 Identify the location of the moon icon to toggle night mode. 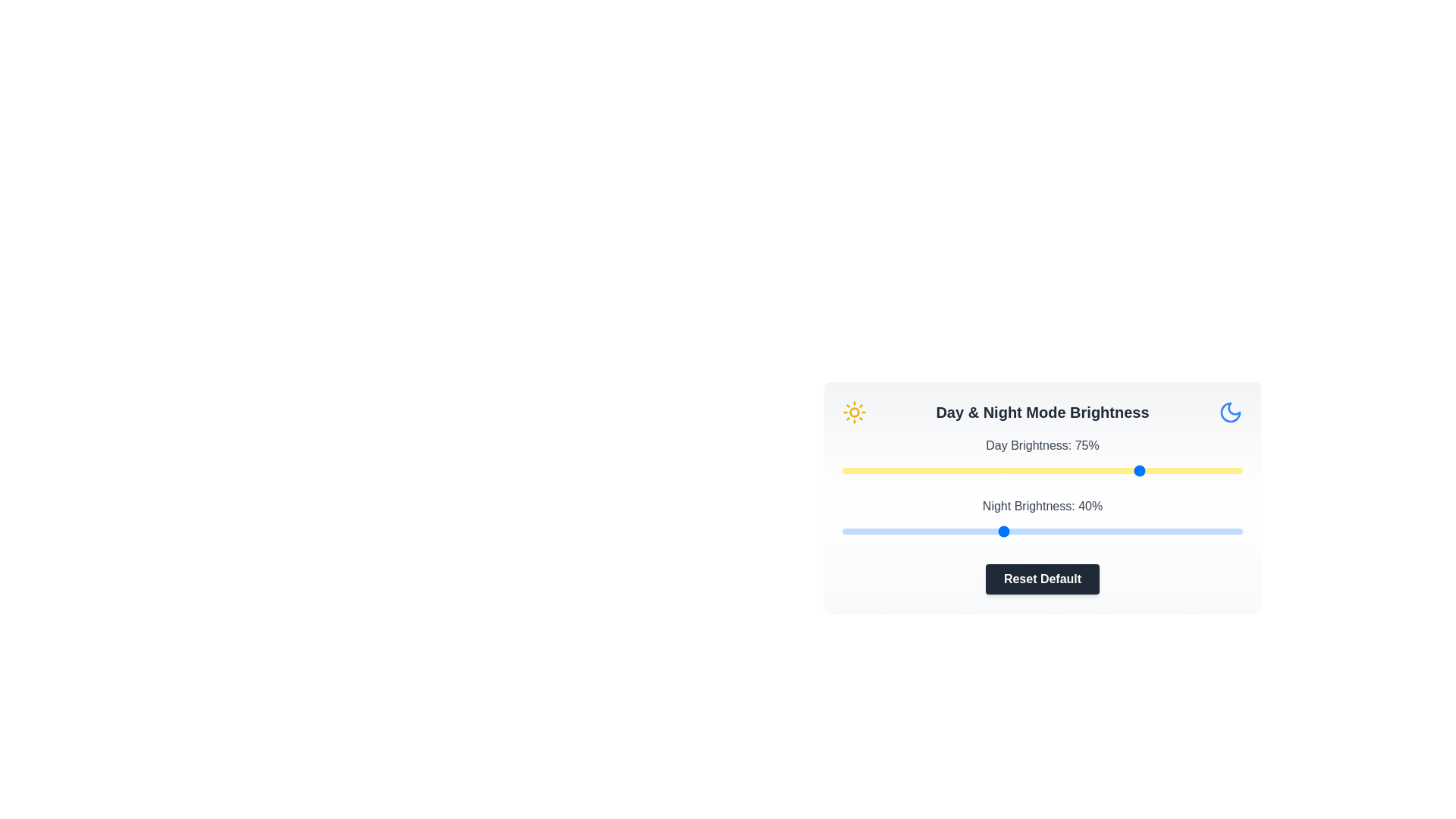
(1230, 412).